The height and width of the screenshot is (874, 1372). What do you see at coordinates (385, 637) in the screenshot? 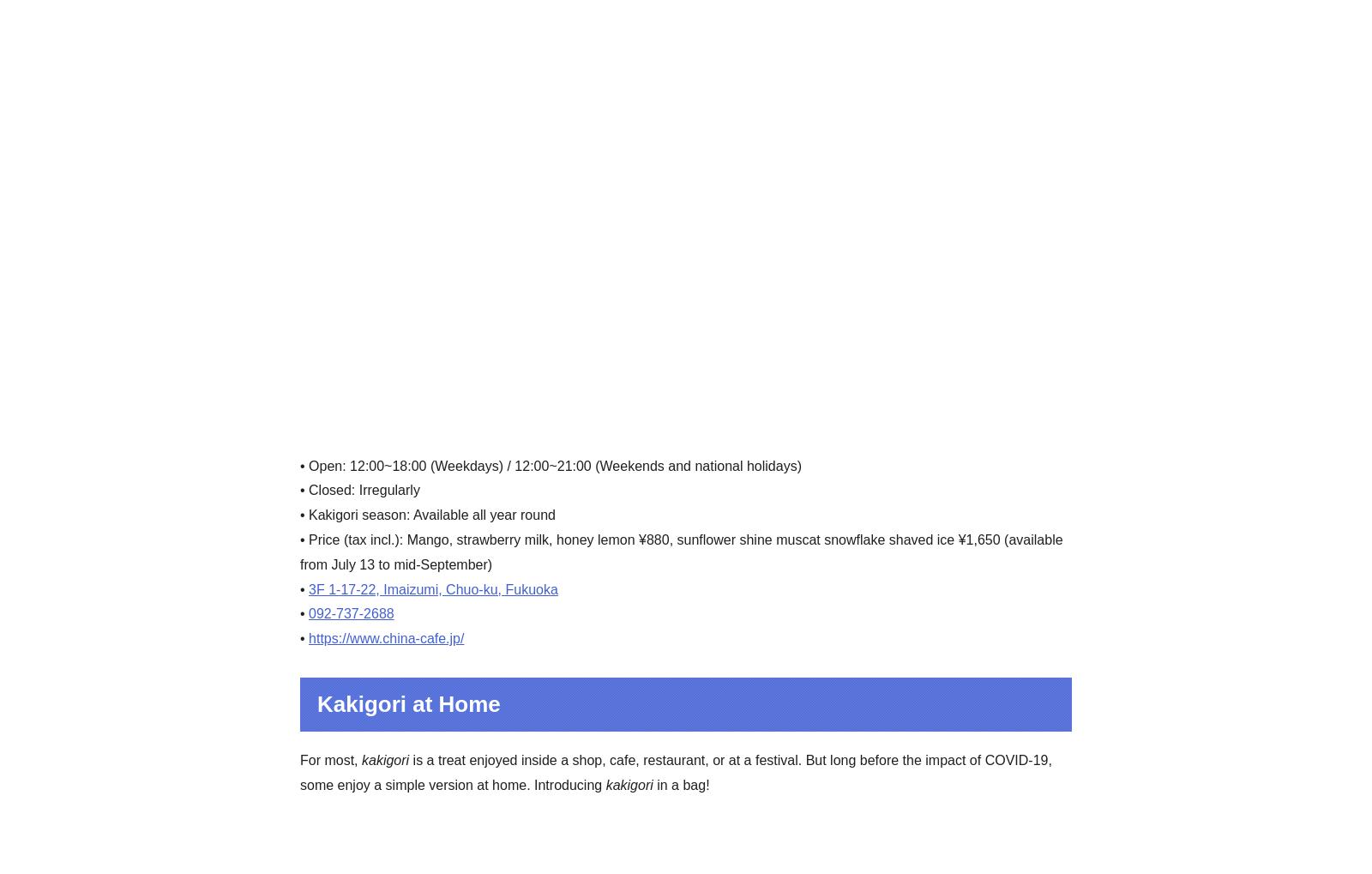
I see `'https://www.china-cafe.jp/'` at bounding box center [385, 637].